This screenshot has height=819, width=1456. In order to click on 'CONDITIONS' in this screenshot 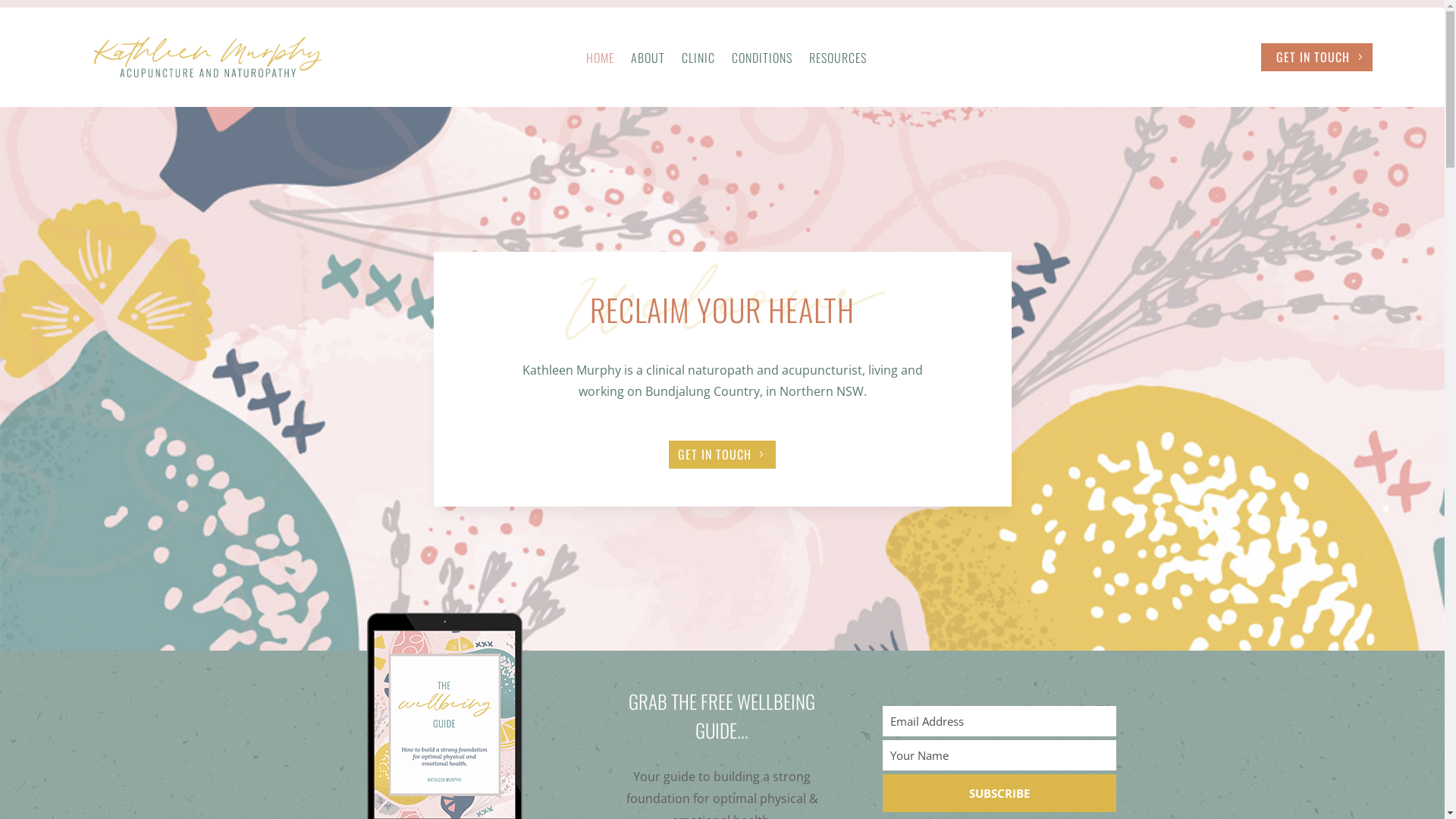, I will do `click(761, 60)`.